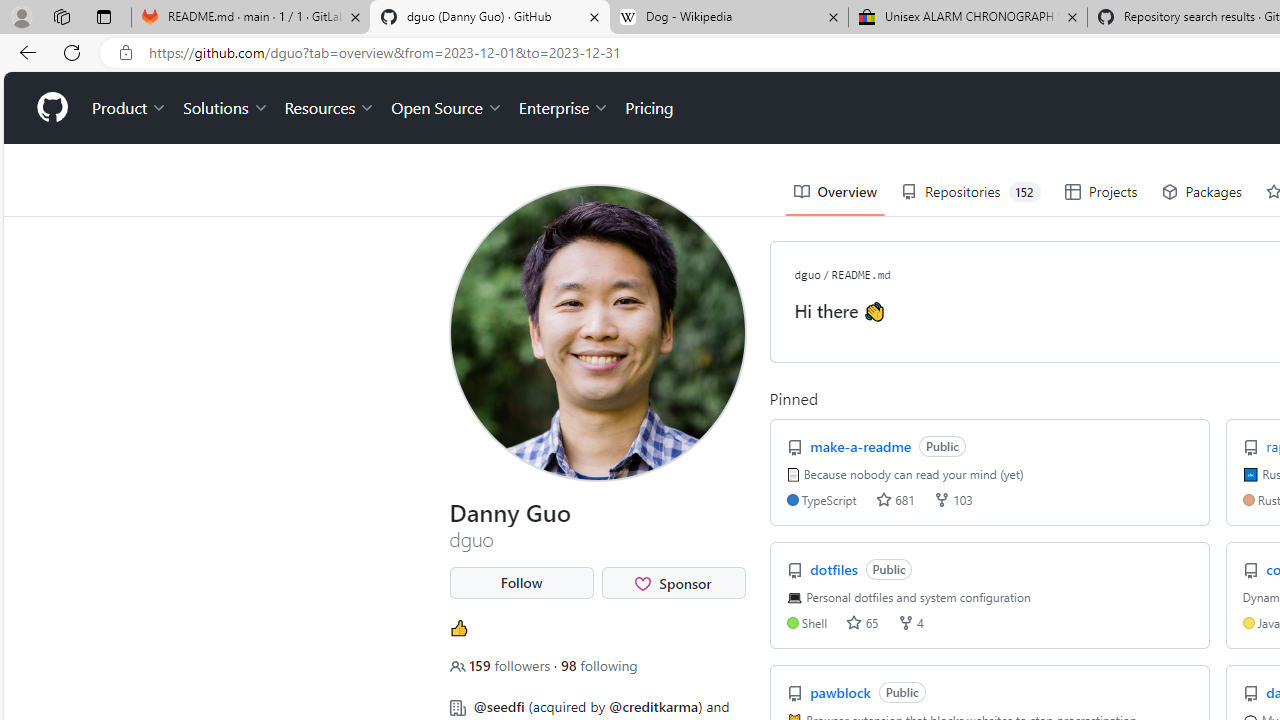 The height and width of the screenshot is (720, 1280). I want to click on 'Resources', so click(330, 108).